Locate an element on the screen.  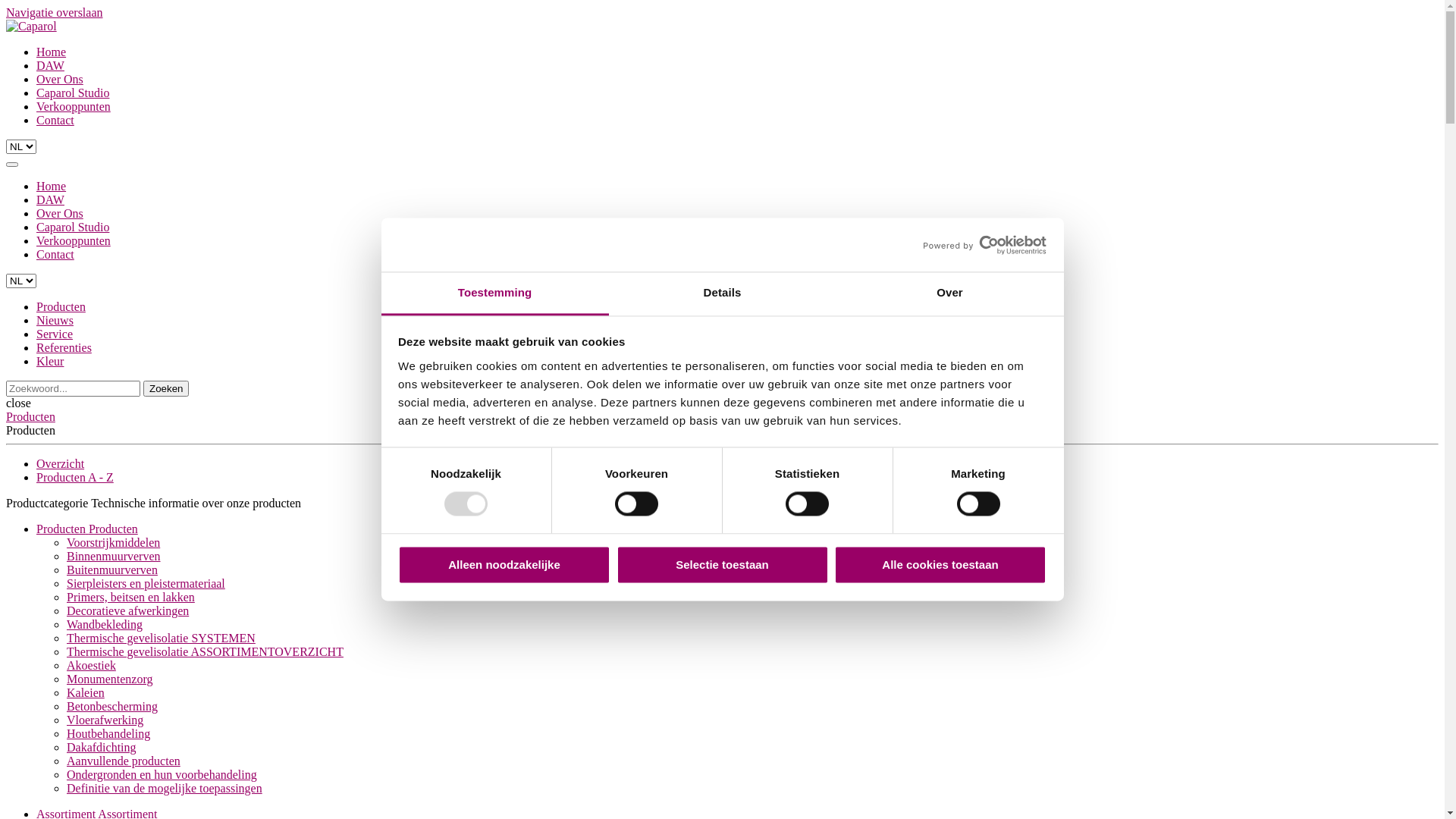
'Verkooppunten' is located at coordinates (72, 240).